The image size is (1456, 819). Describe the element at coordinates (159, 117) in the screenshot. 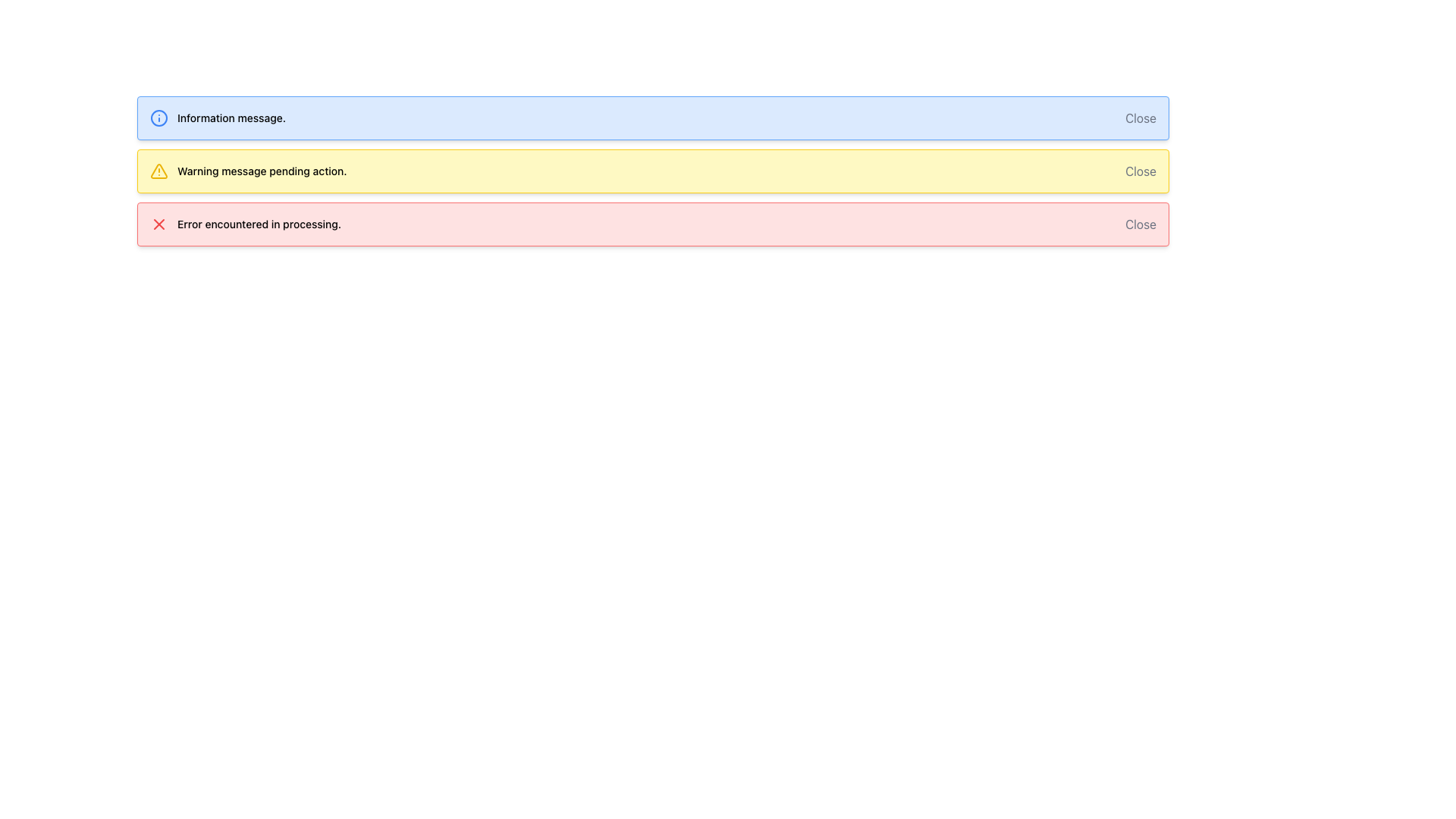

I see `the central circle of the 'Information message' icon, which is located on the left side of the blue information panel` at that location.